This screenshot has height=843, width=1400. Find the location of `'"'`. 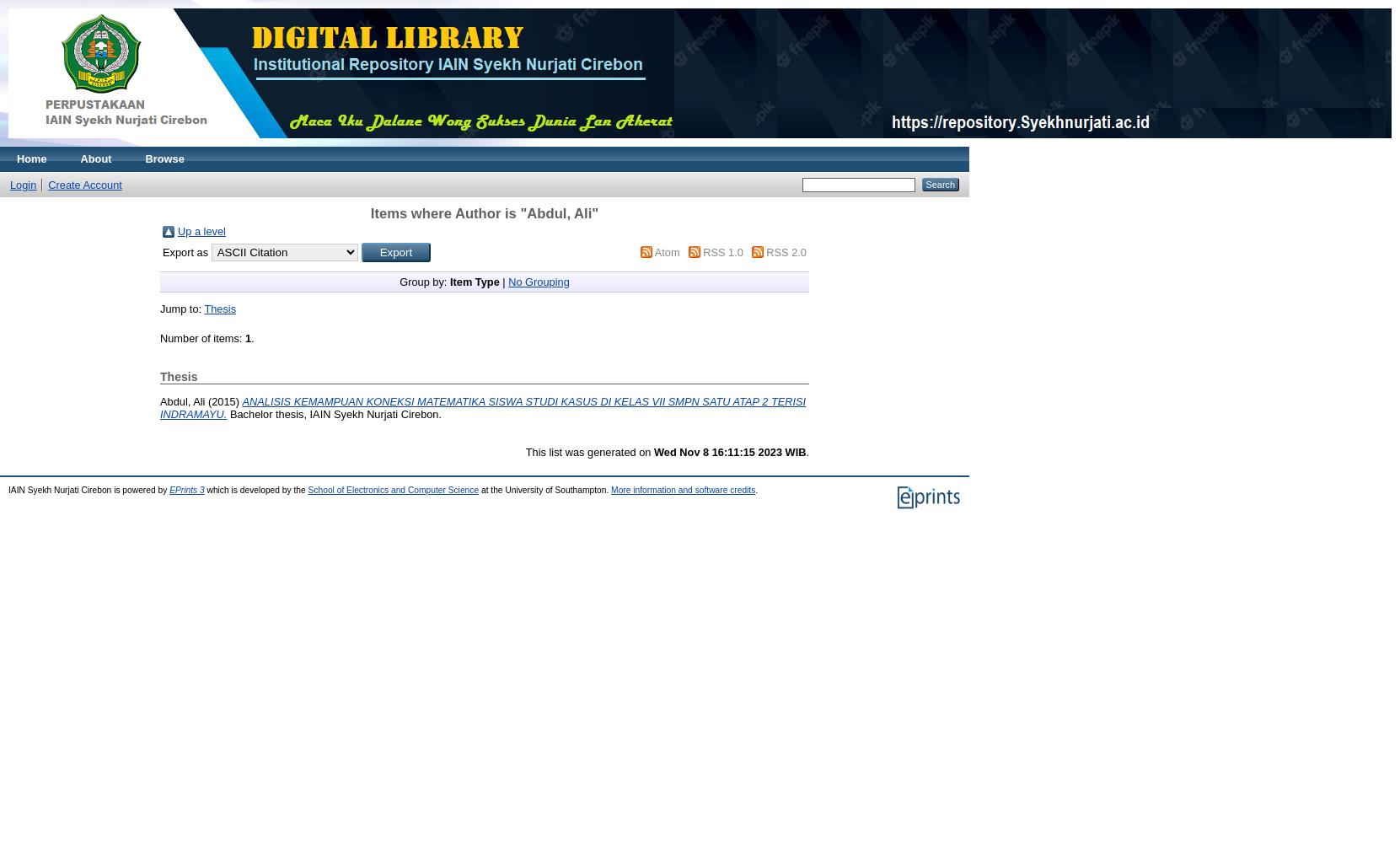

'"' is located at coordinates (594, 213).